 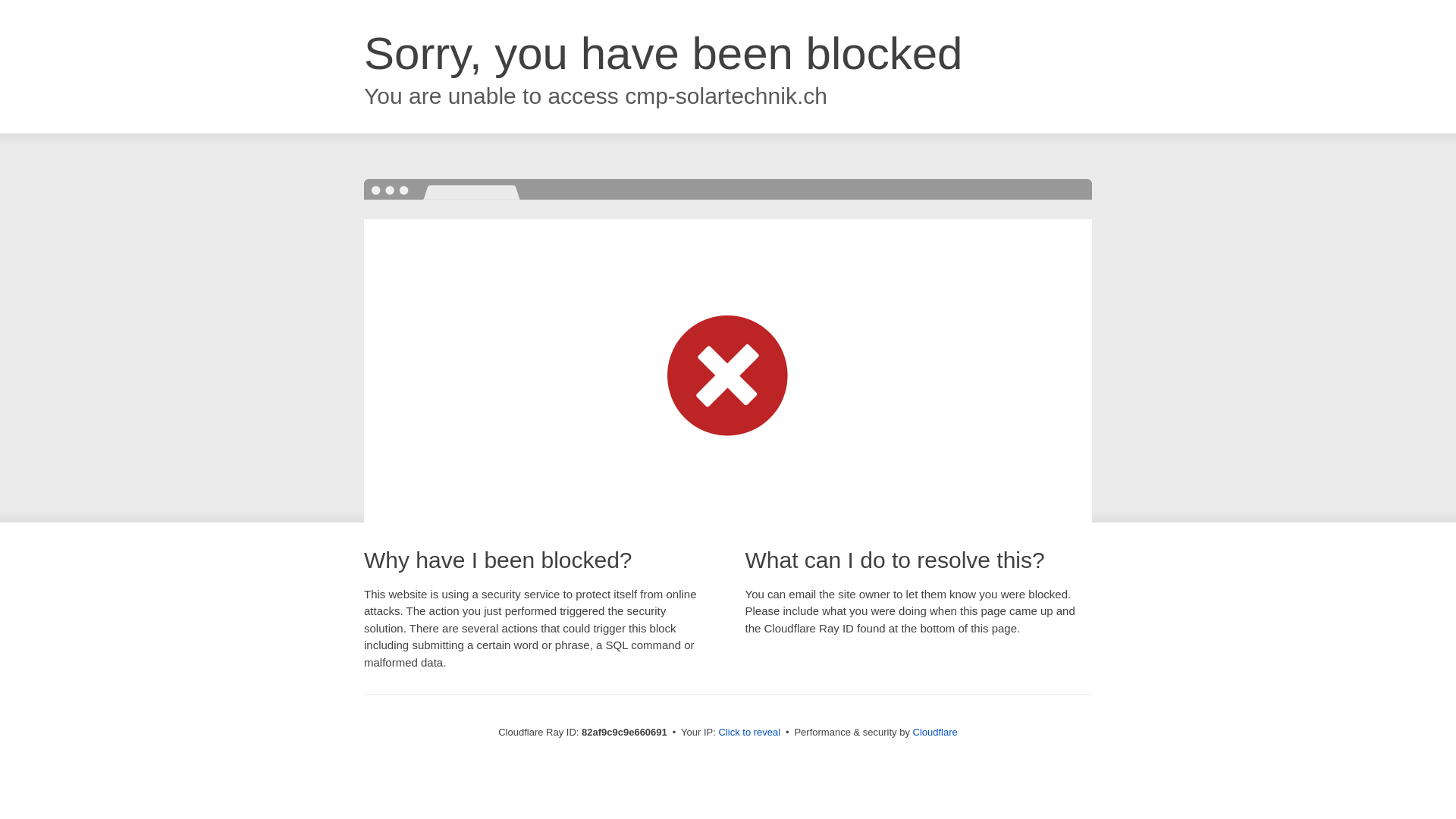 What do you see at coordinates (718, 731) in the screenshot?
I see `'Click to reveal'` at bounding box center [718, 731].